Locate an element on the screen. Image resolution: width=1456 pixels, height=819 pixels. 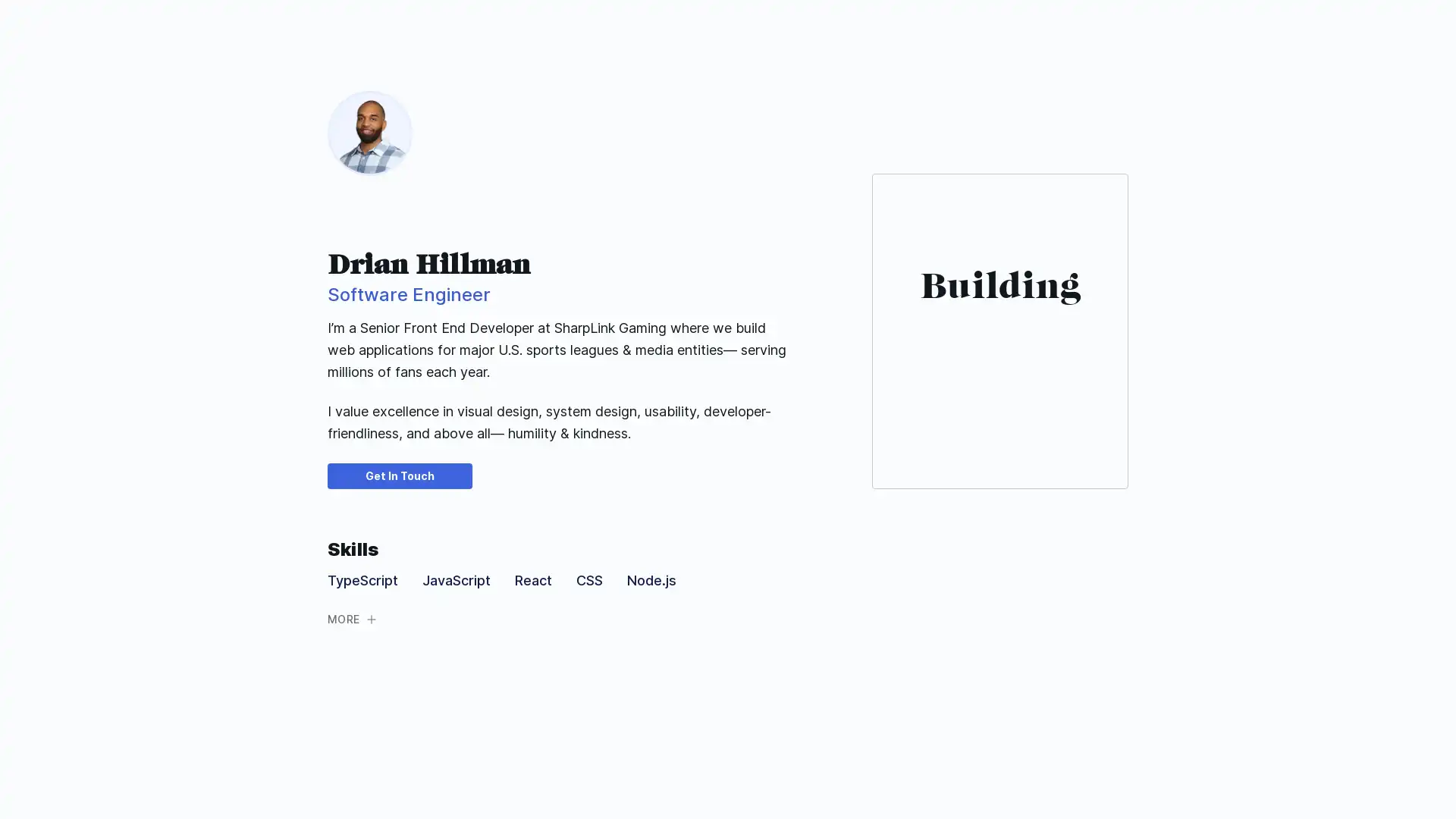
Get In Touch is located at coordinates (400, 475).